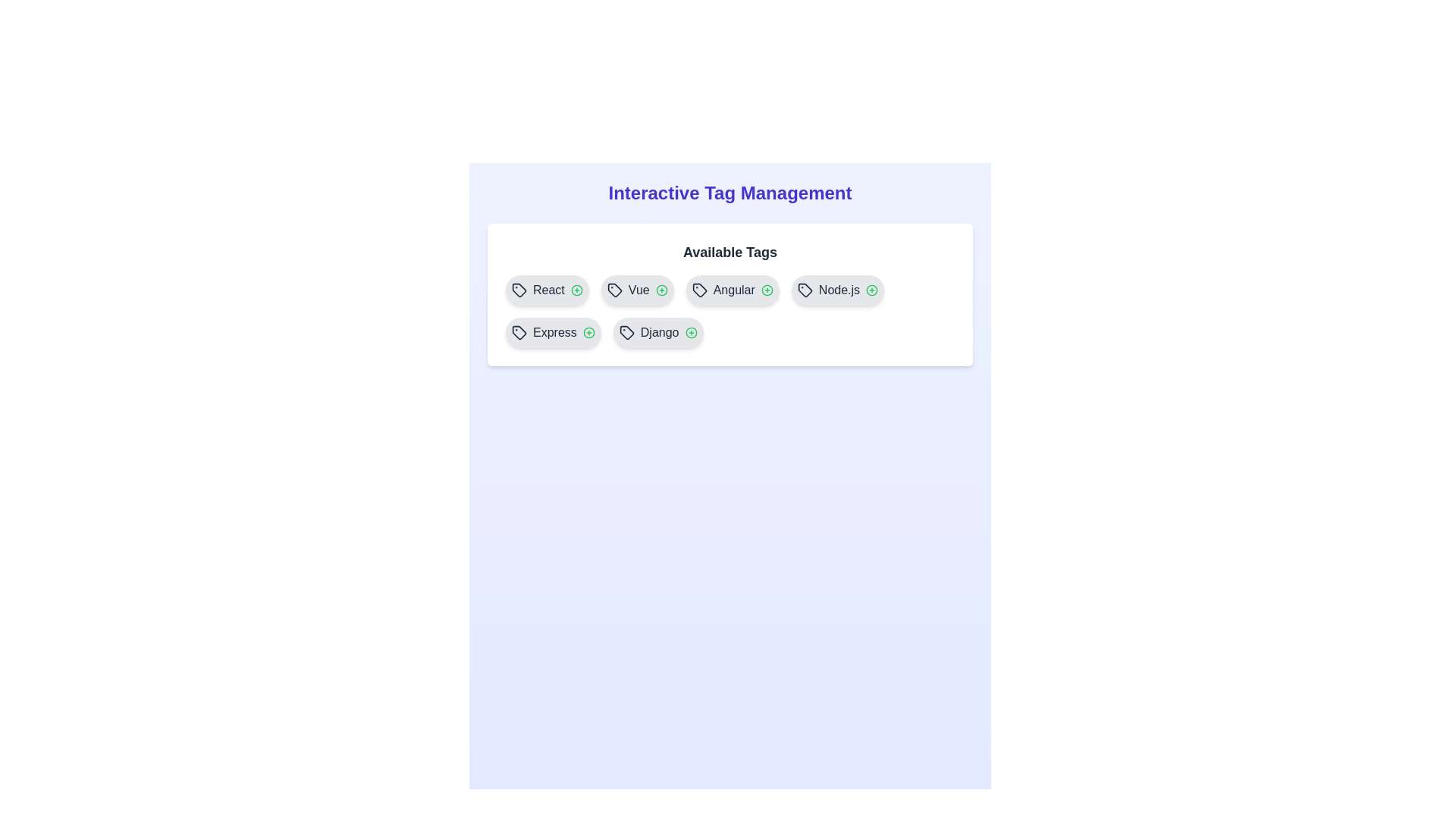  What do you see at coordinates (733, 290) in the screenshot?
I see `the pill-shaped 'Angular' button with a light gray background` at bounding box center [733, 290].